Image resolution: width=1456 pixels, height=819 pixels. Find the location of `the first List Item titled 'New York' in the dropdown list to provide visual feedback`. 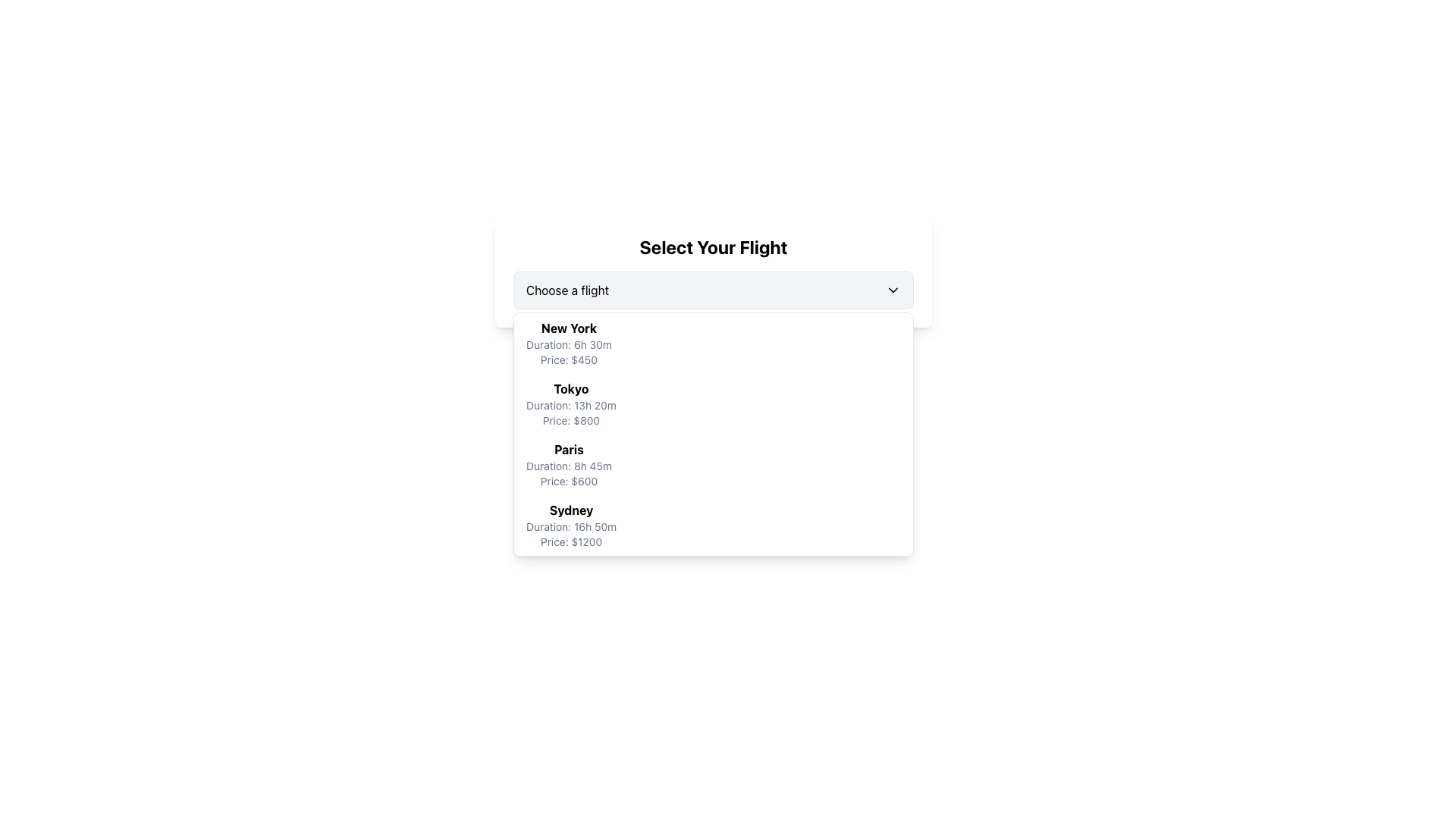

the first List Item titled 'New York' in the dropdown list to provide visual feedback is located at coordinates (712, 343).